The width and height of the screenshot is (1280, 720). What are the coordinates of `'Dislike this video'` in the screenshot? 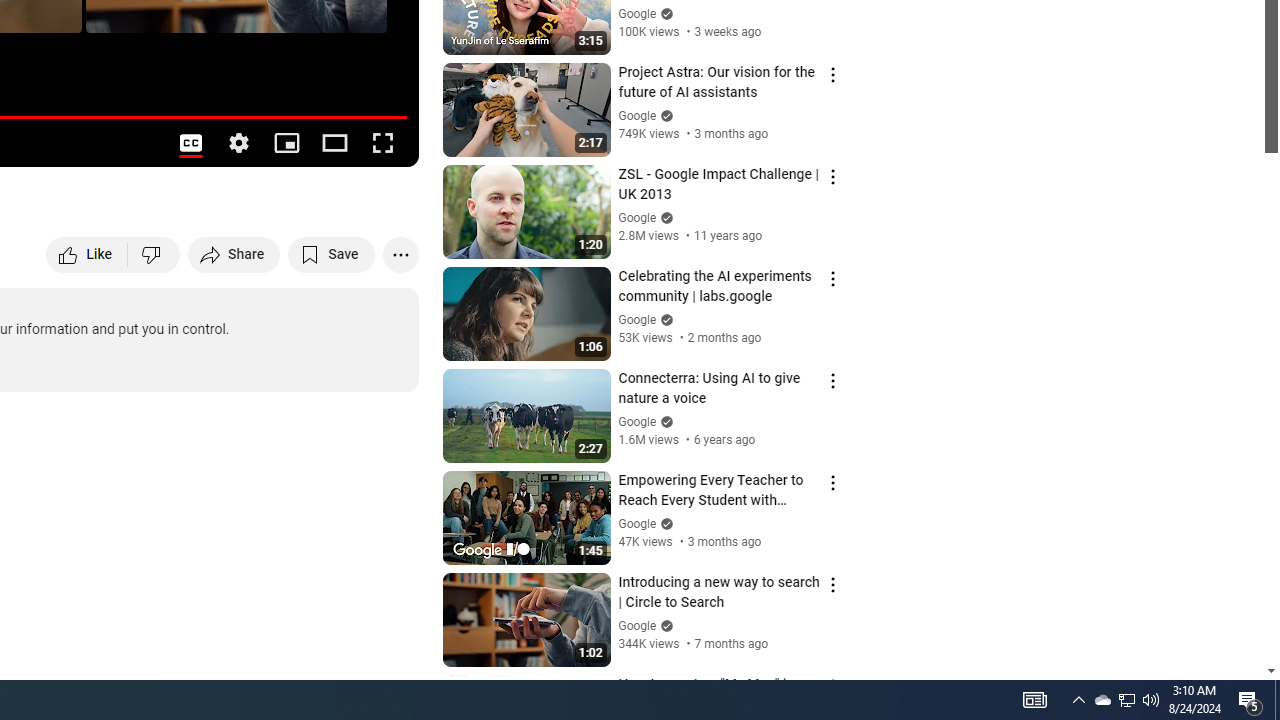 It's located at (153, 253).